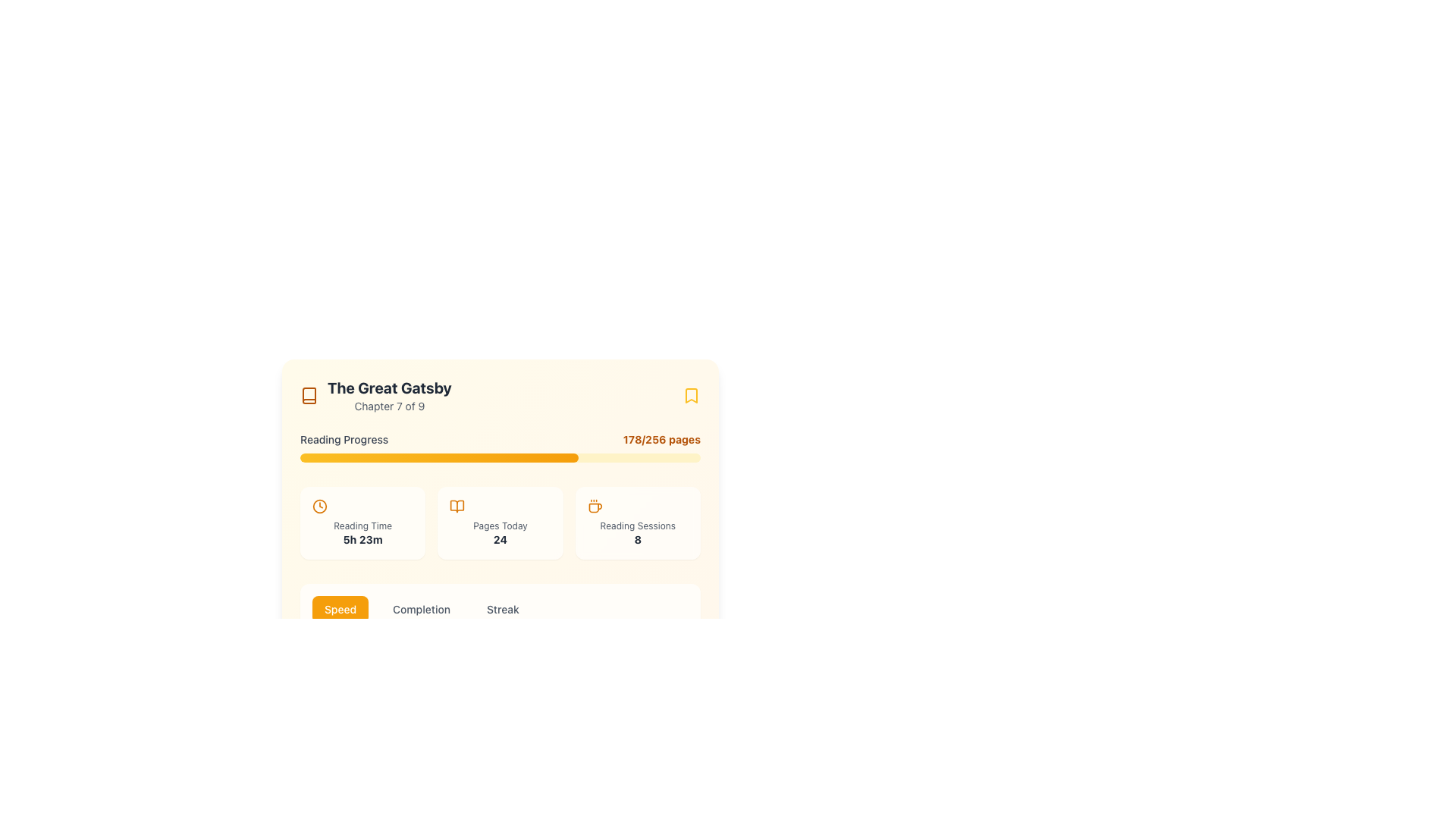 This screenshot has width=1456, height=819. Describe the element at coordinates (638, 522) in the screenshot. I see `the Information Card that summarizes the number of reading sessions completed, located as the third card in a horizontal grid layout` at that location.